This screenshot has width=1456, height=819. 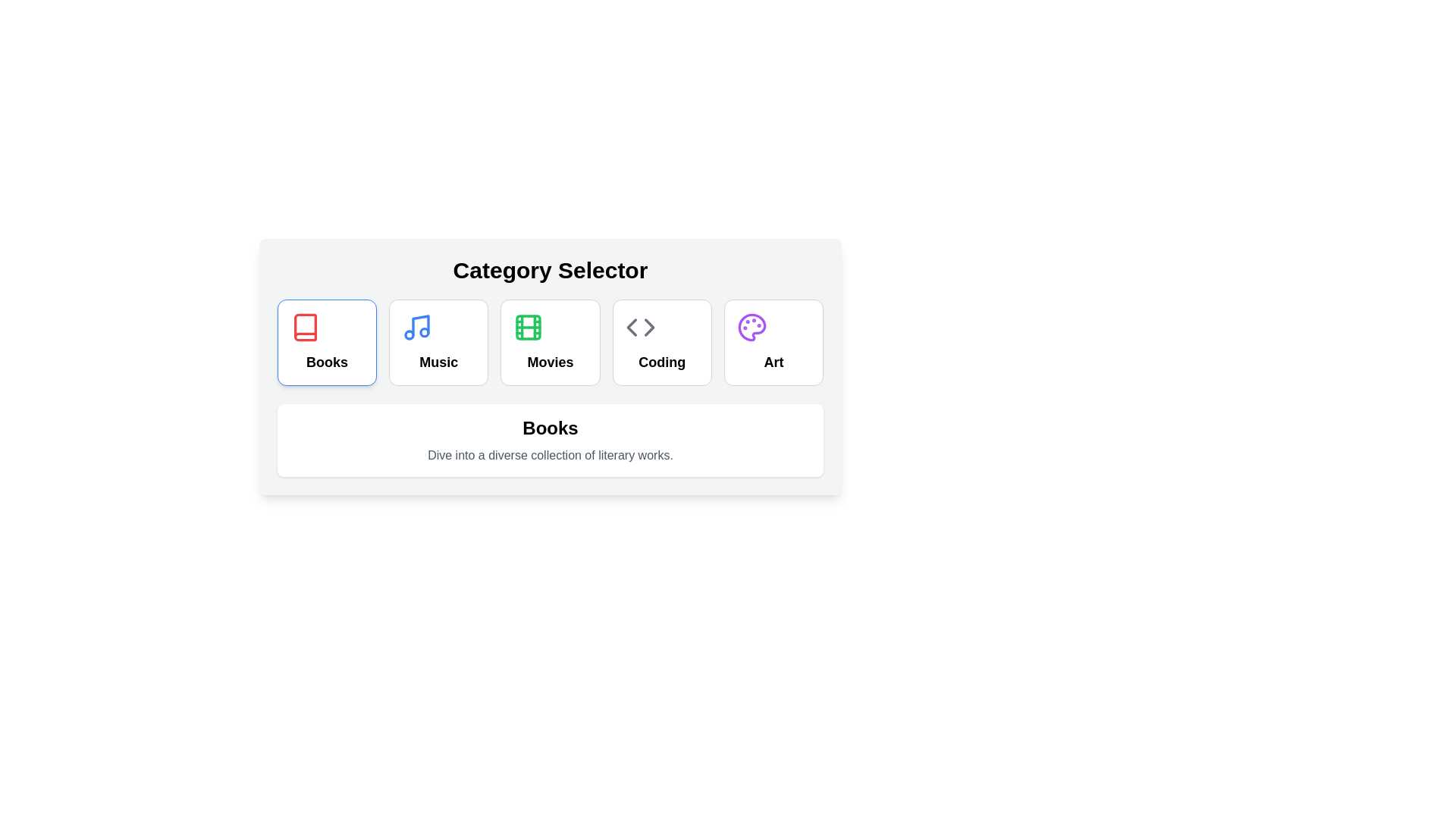 I want to click on the minimalistic gray icon of two angle brackets located in the fourth card of the category selector, which is centered above the 'Coding' text, so click(x=640, y=327).